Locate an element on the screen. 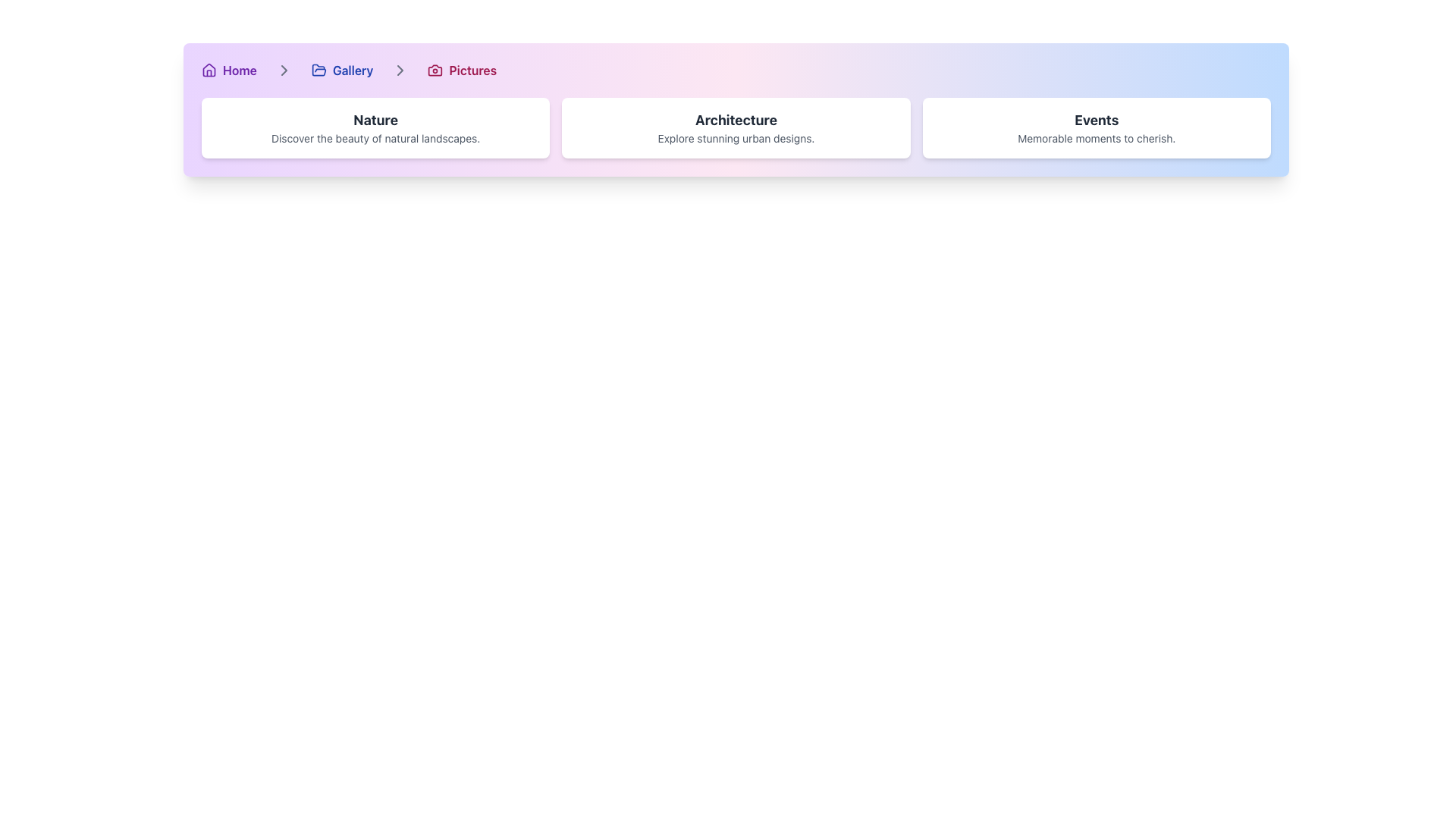  the static text element displaying the word 'Nature', which is styled in bold, large font, dark gray color on a white background, positioned at the top of the card component is located at coordinates (375, 119).